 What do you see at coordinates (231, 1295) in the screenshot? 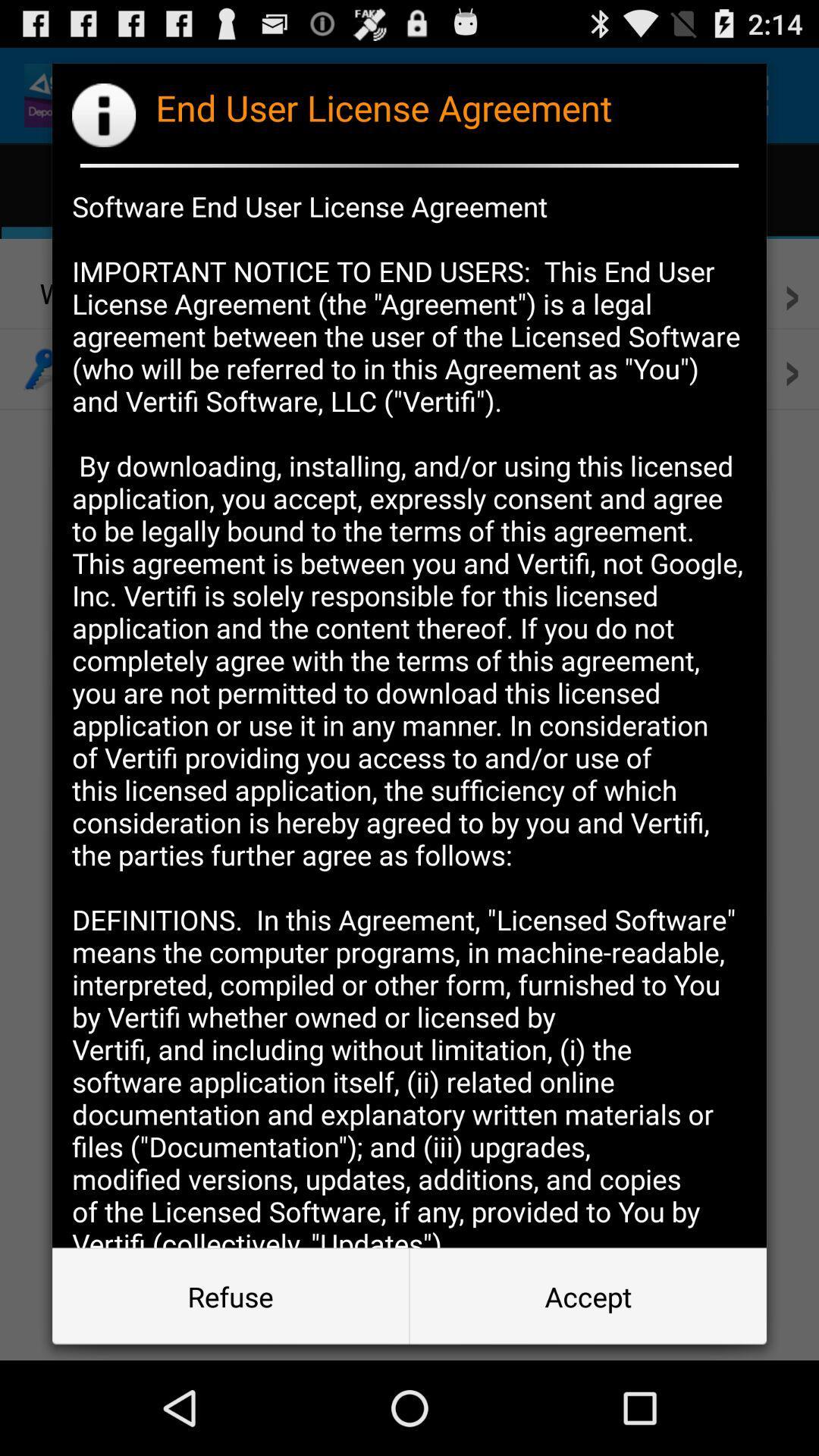
I see `refuse icon` at bounding box center [231, 1295].